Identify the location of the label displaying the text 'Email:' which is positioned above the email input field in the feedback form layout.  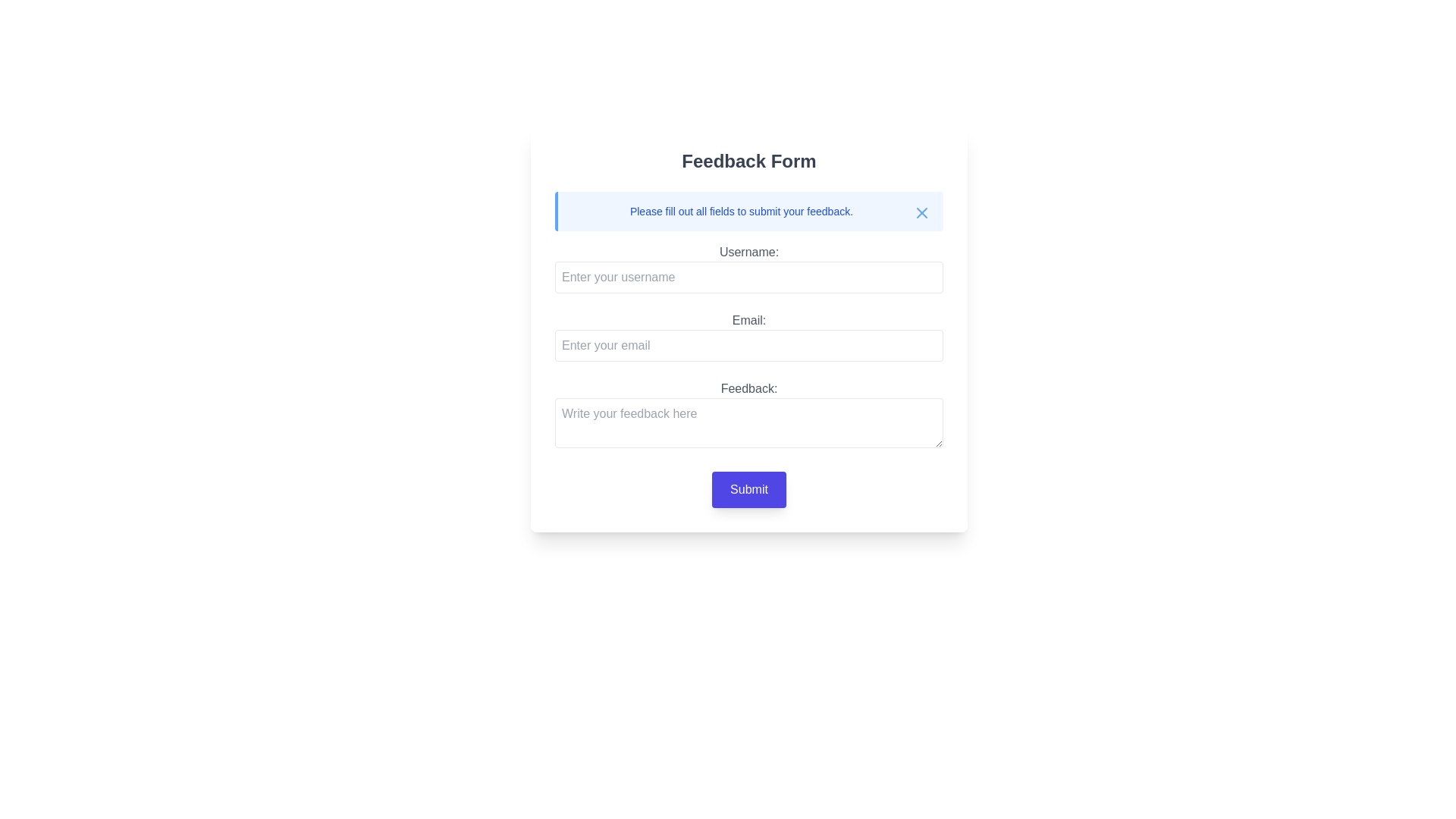
(749, 328).